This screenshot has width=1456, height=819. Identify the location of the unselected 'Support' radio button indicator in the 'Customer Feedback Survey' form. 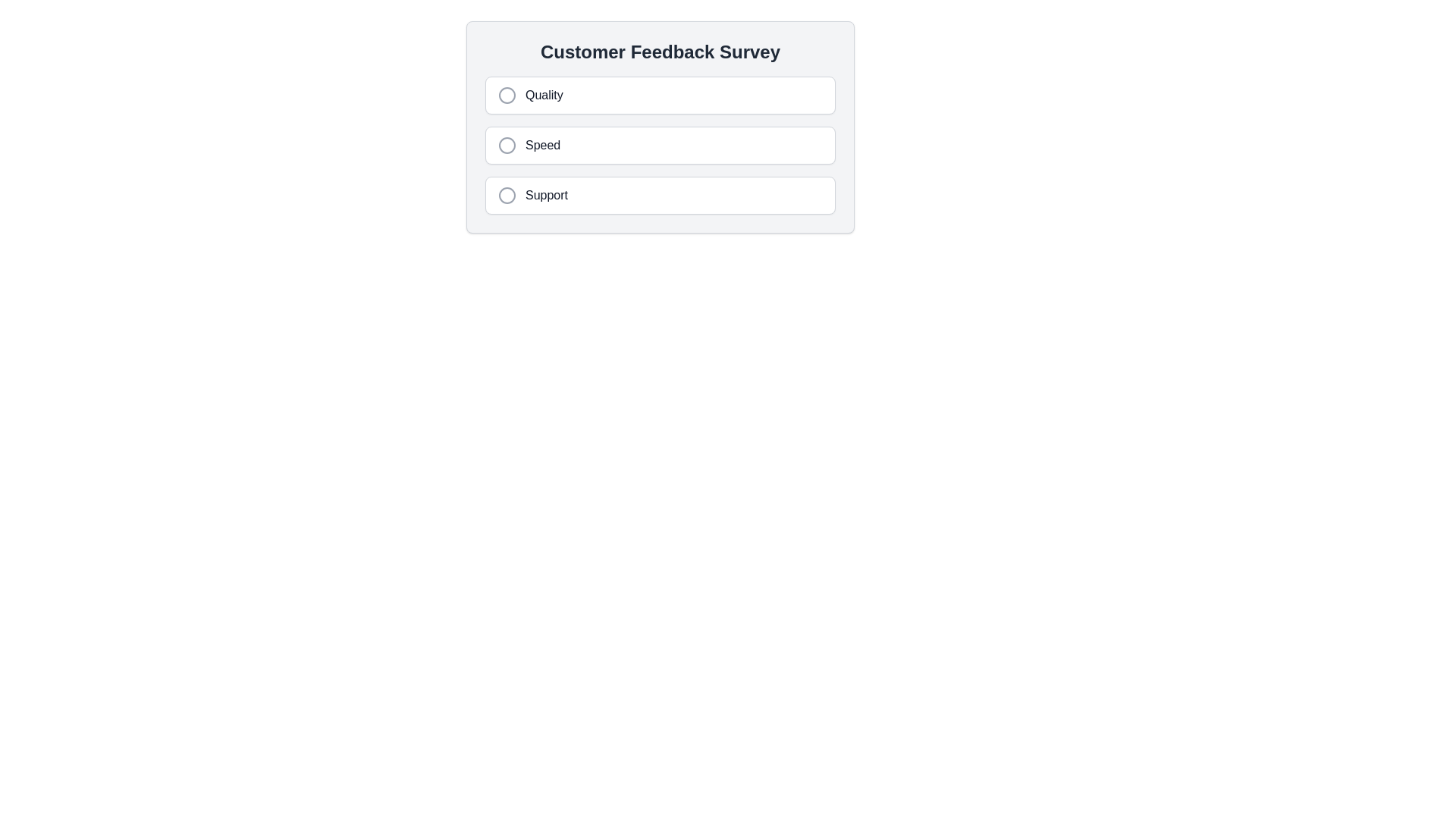
(507, 195).